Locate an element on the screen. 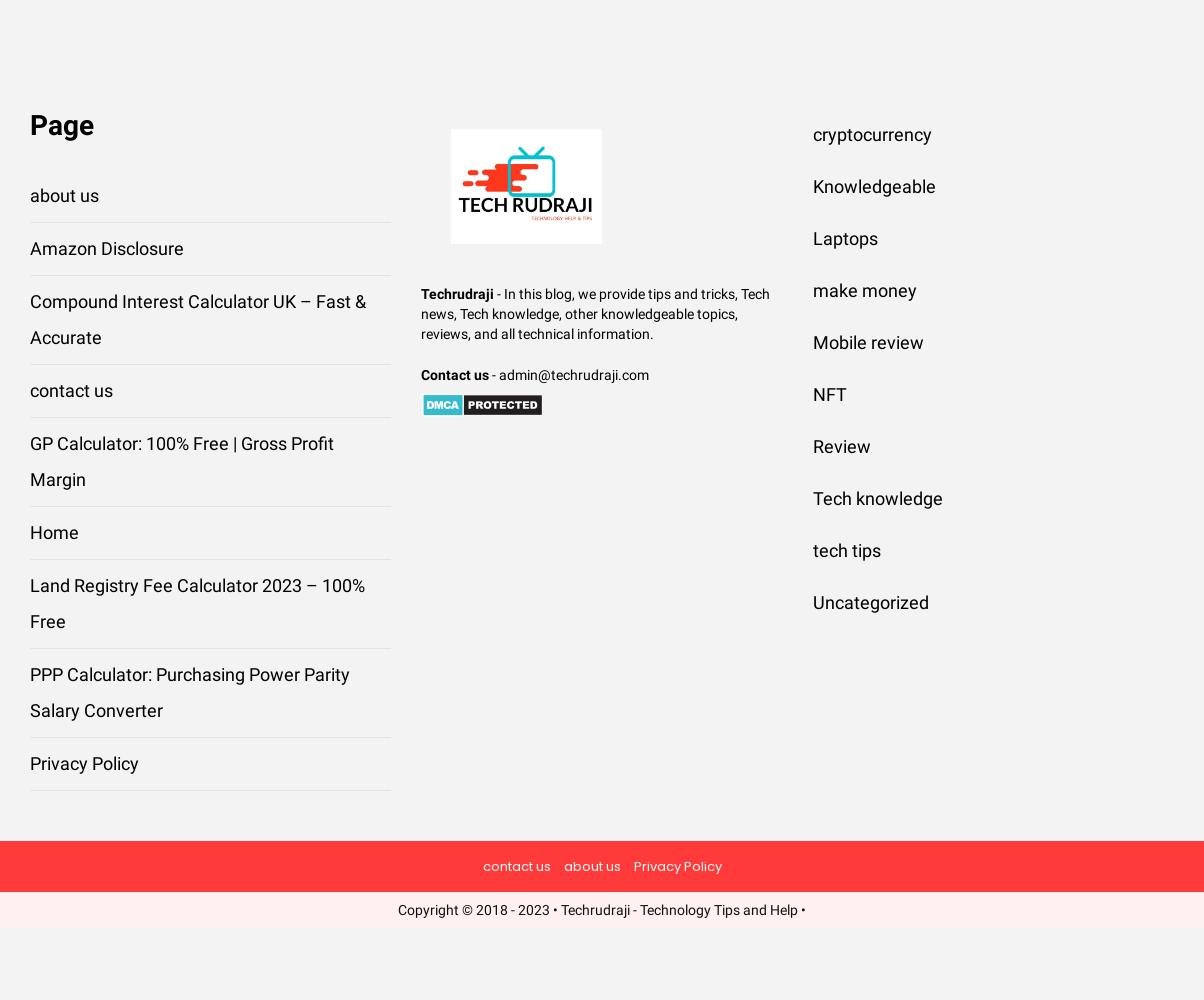  'PPP Calculator: Purchasing Power Parity Salary Converter' is located at coordinates (189, 691).